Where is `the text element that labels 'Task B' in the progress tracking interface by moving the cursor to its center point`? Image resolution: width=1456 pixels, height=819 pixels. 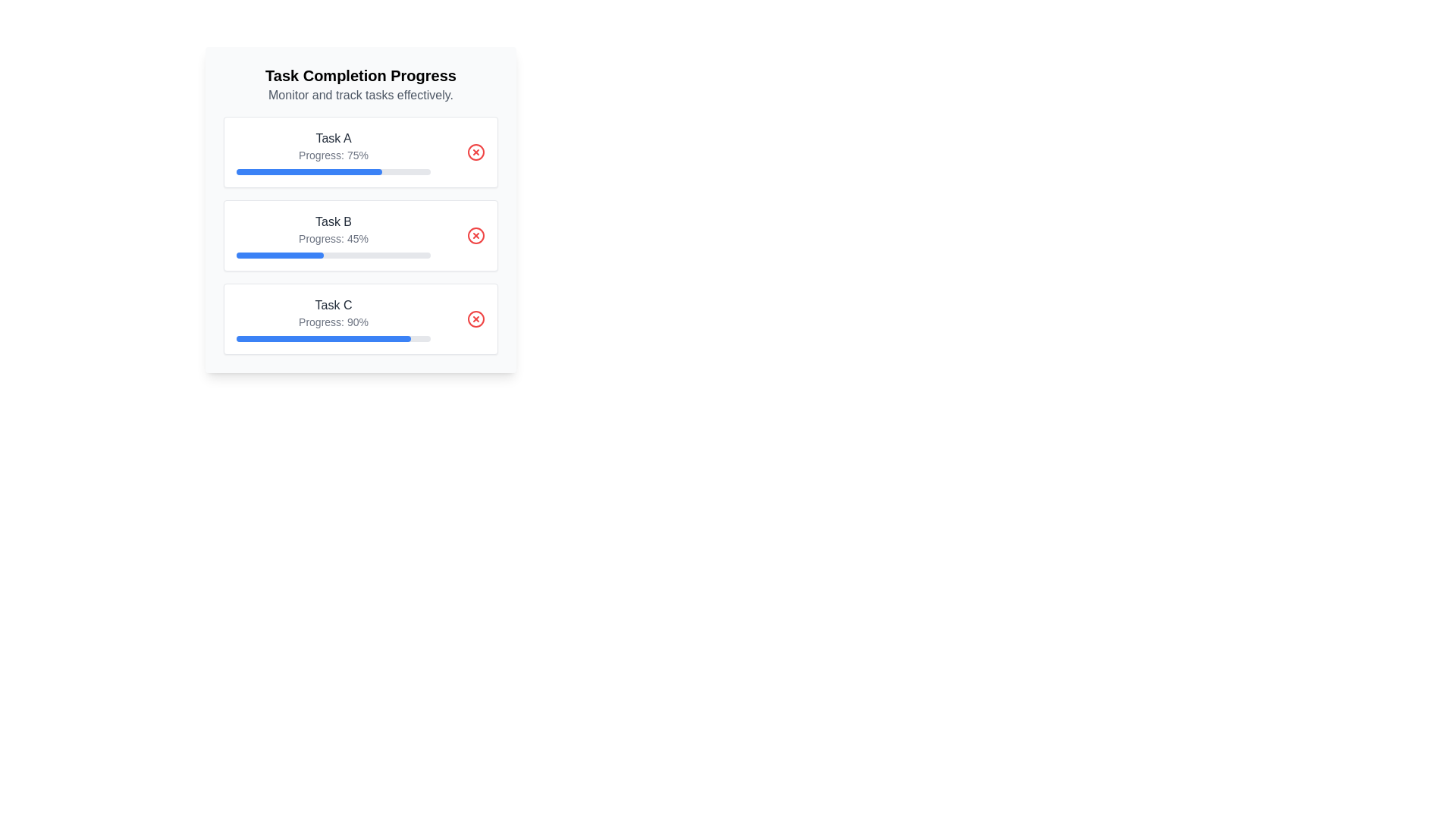
the text element that labels 'Task B' in the progress tracking interface by moving the cursor to its center point is located at coordinates (333, 222).